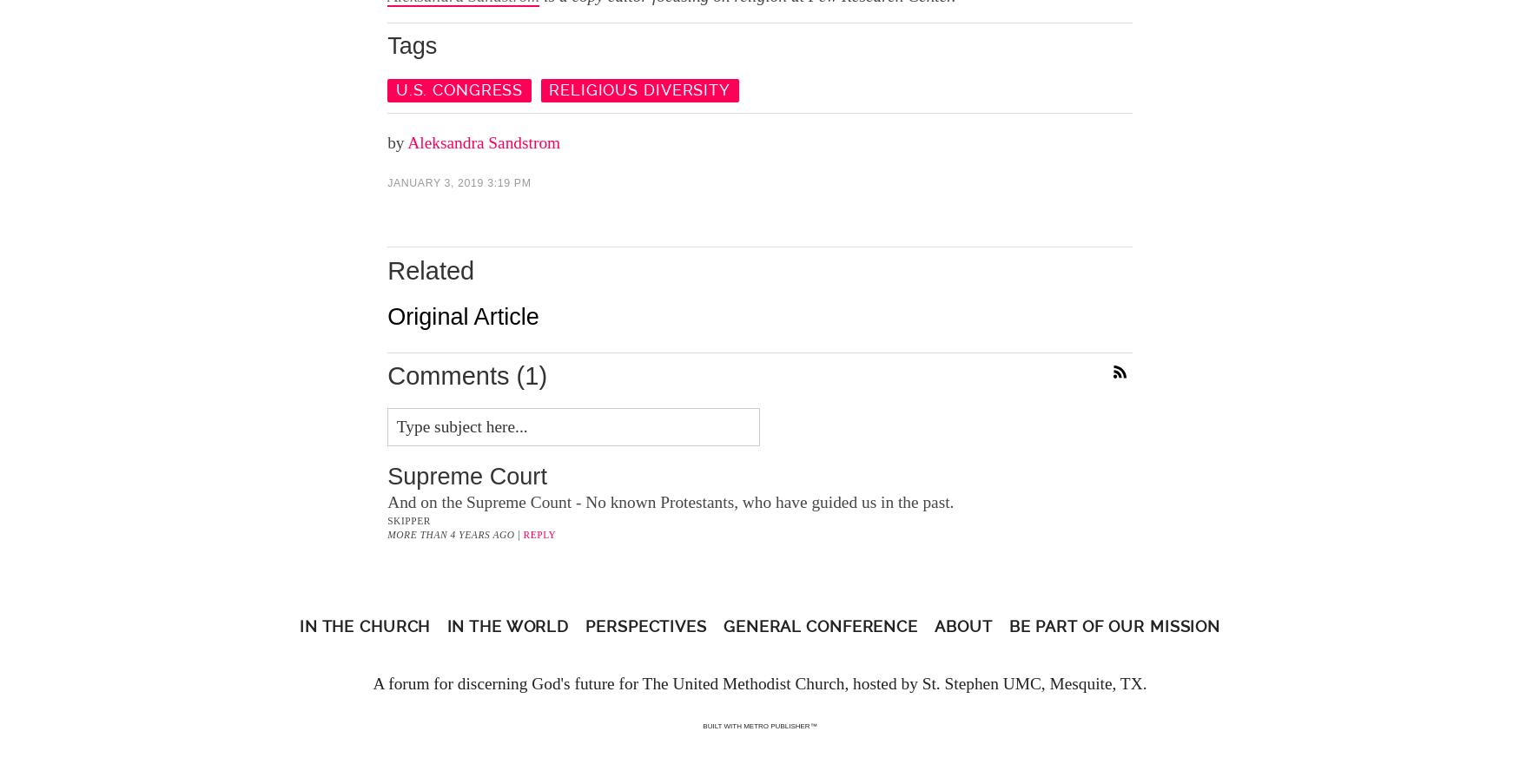 This screenshot has width=1520, height=784. I want to click on 'Metro Publisher™', so click(778, 725).